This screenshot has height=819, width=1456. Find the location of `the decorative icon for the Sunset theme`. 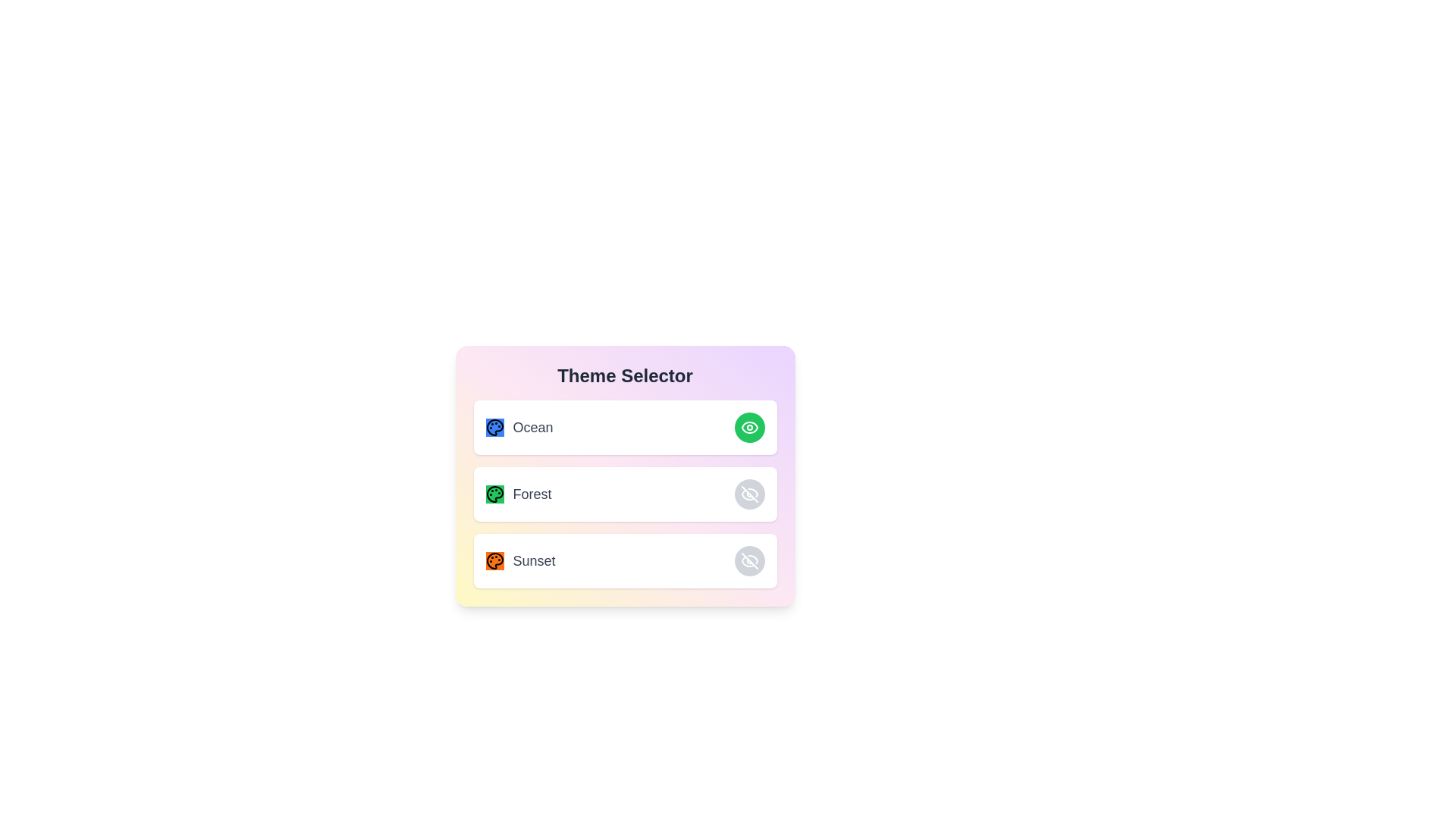

the decorative icon for the Sunset theme is located at coordinates (494, 561).